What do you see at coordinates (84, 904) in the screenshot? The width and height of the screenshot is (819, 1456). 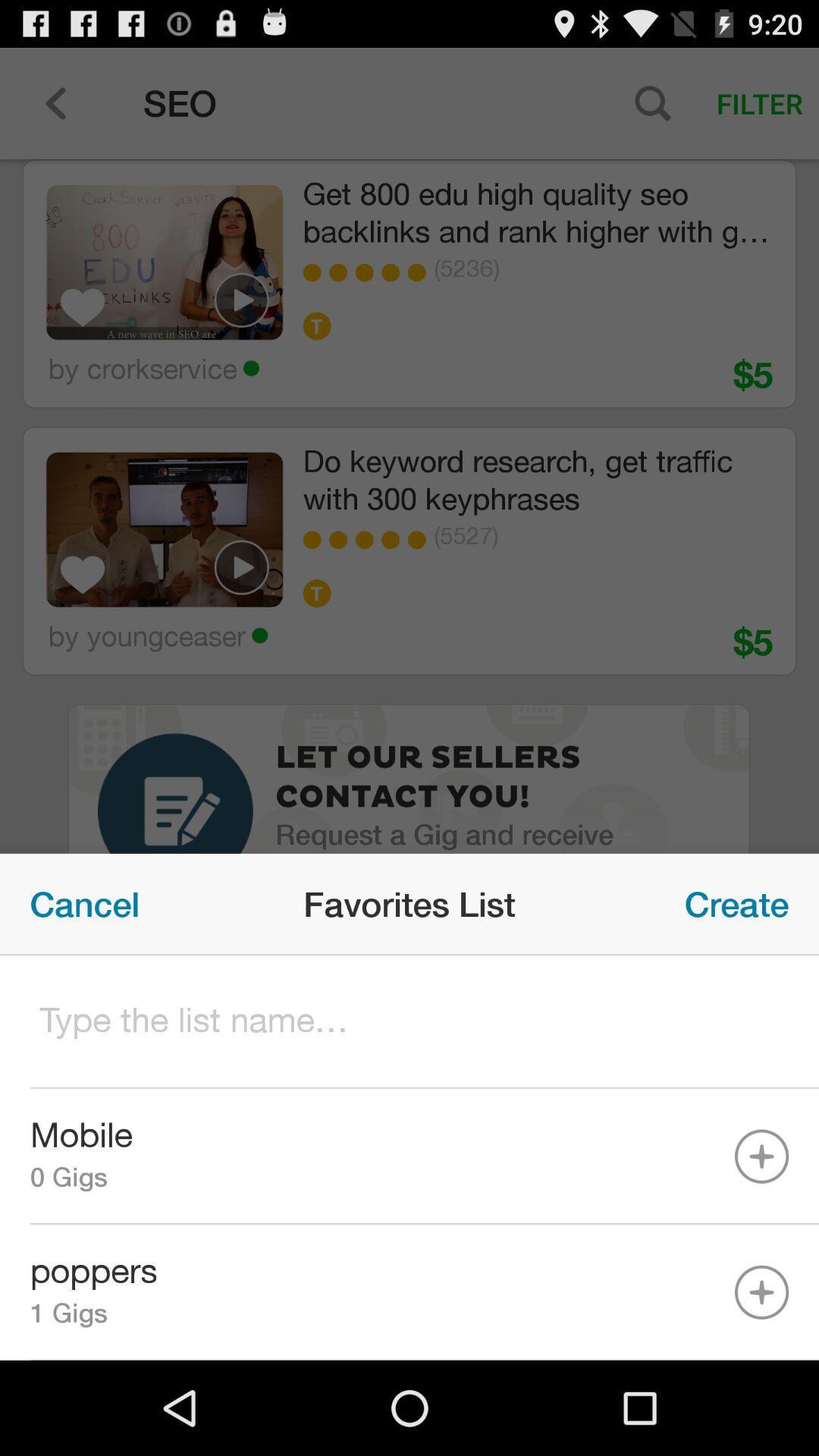 I see `icon on the left` at bounding box center [84, 904].